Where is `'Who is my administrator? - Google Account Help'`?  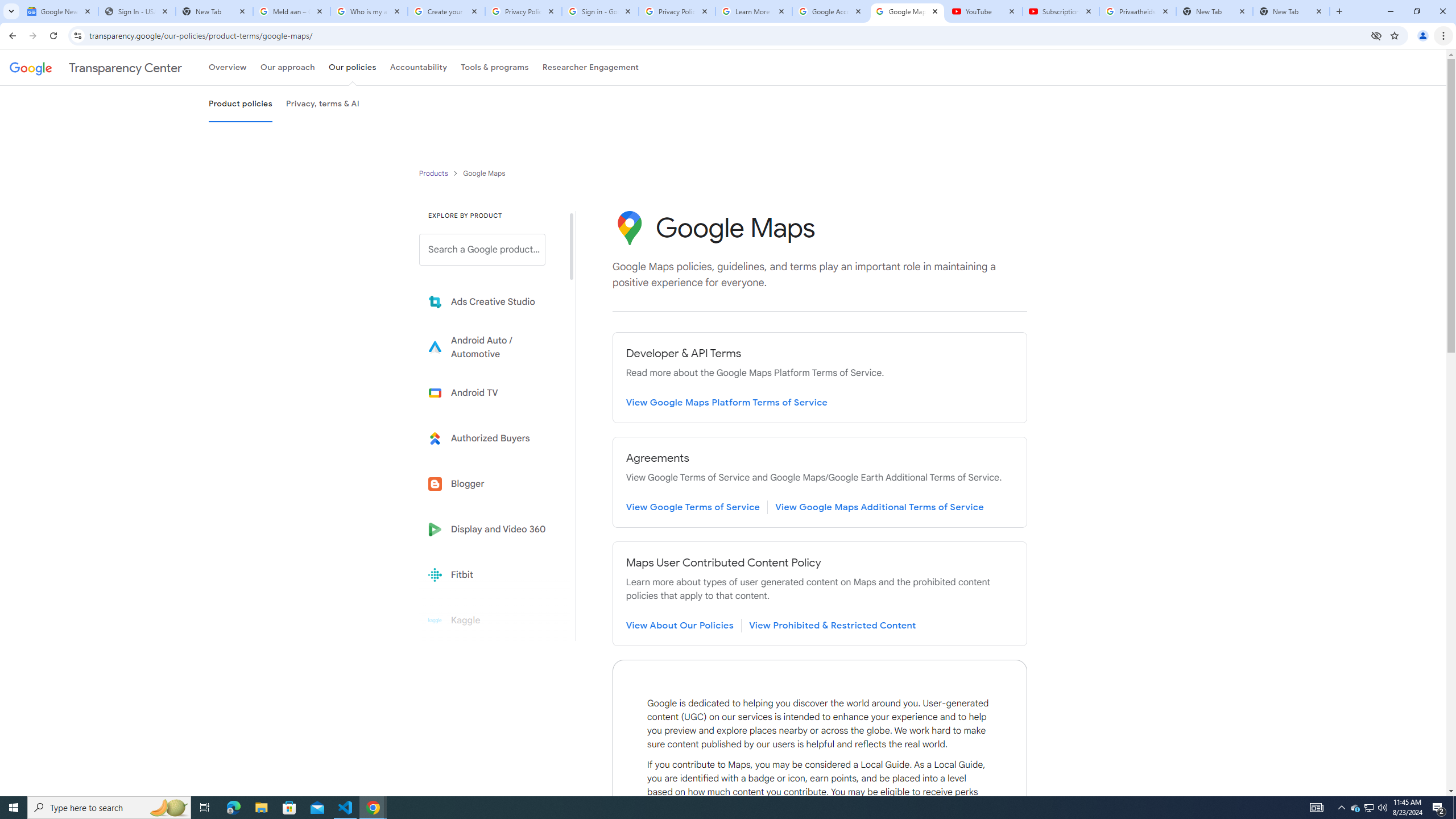 'Who is my administrator? - Google Account Help' is located at coordinates (369, 11).